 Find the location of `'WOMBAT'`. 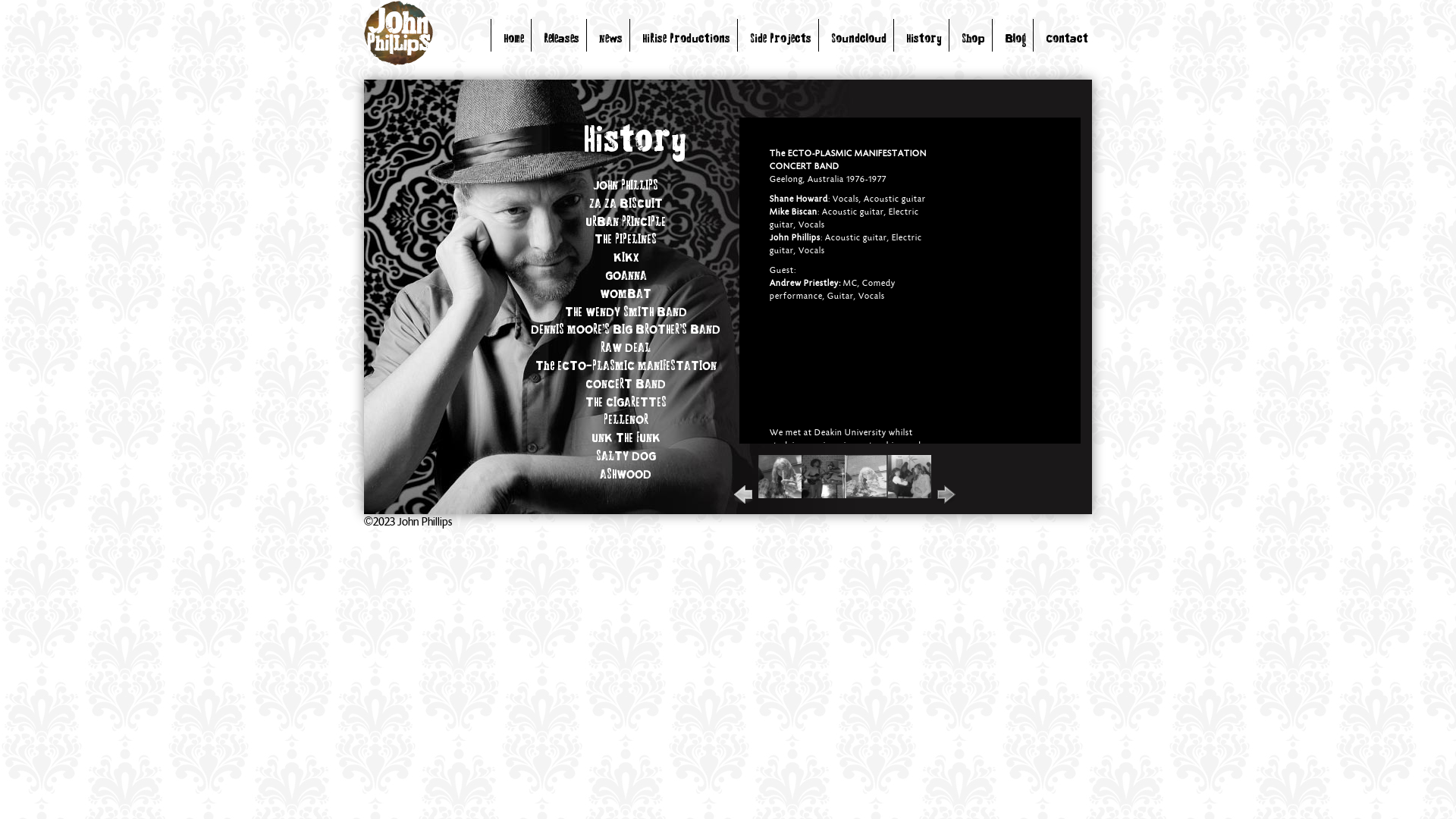

'WOMBAT' is located at coordinates (626, 295).